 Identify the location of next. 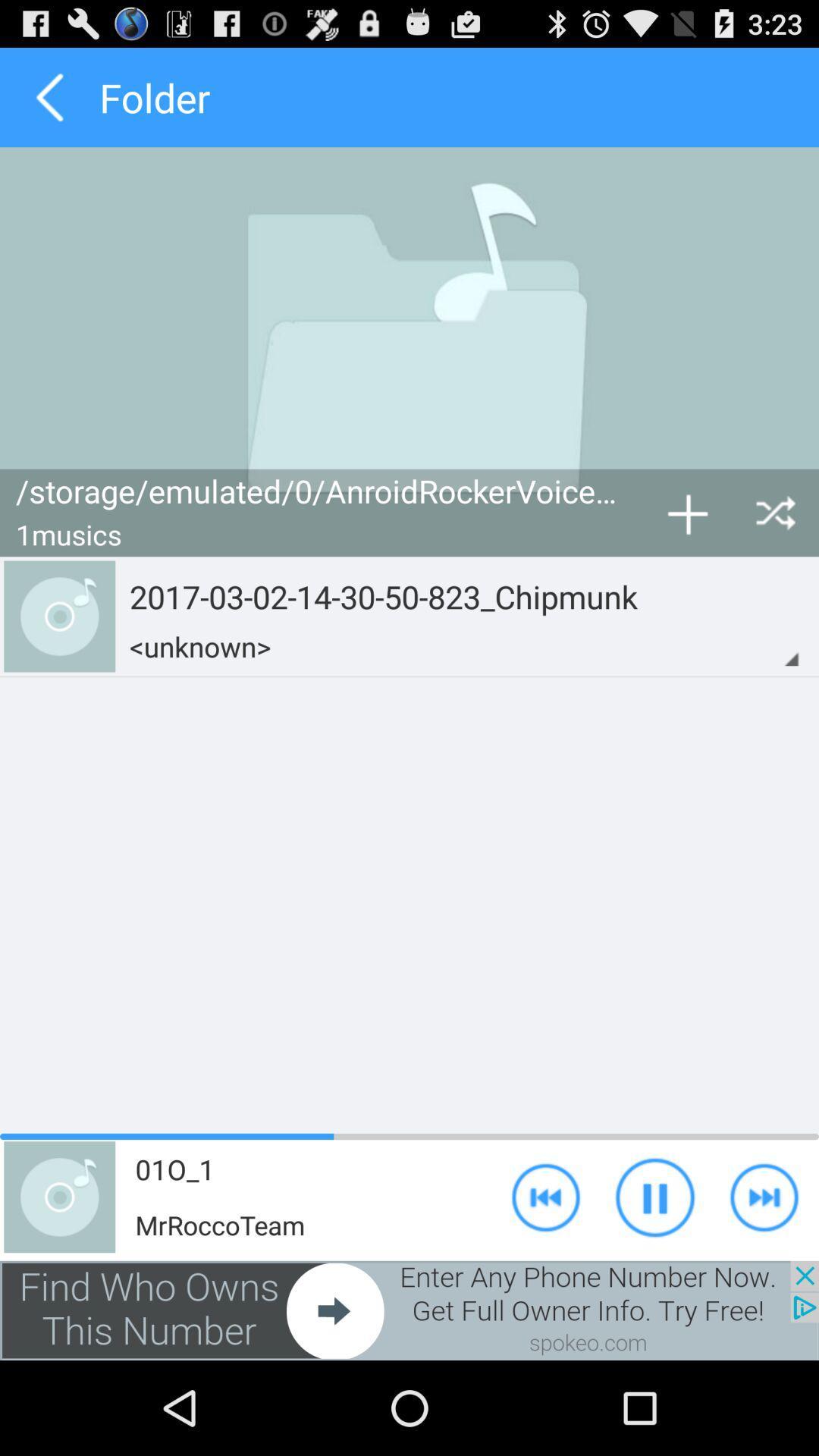
(409, 1310).